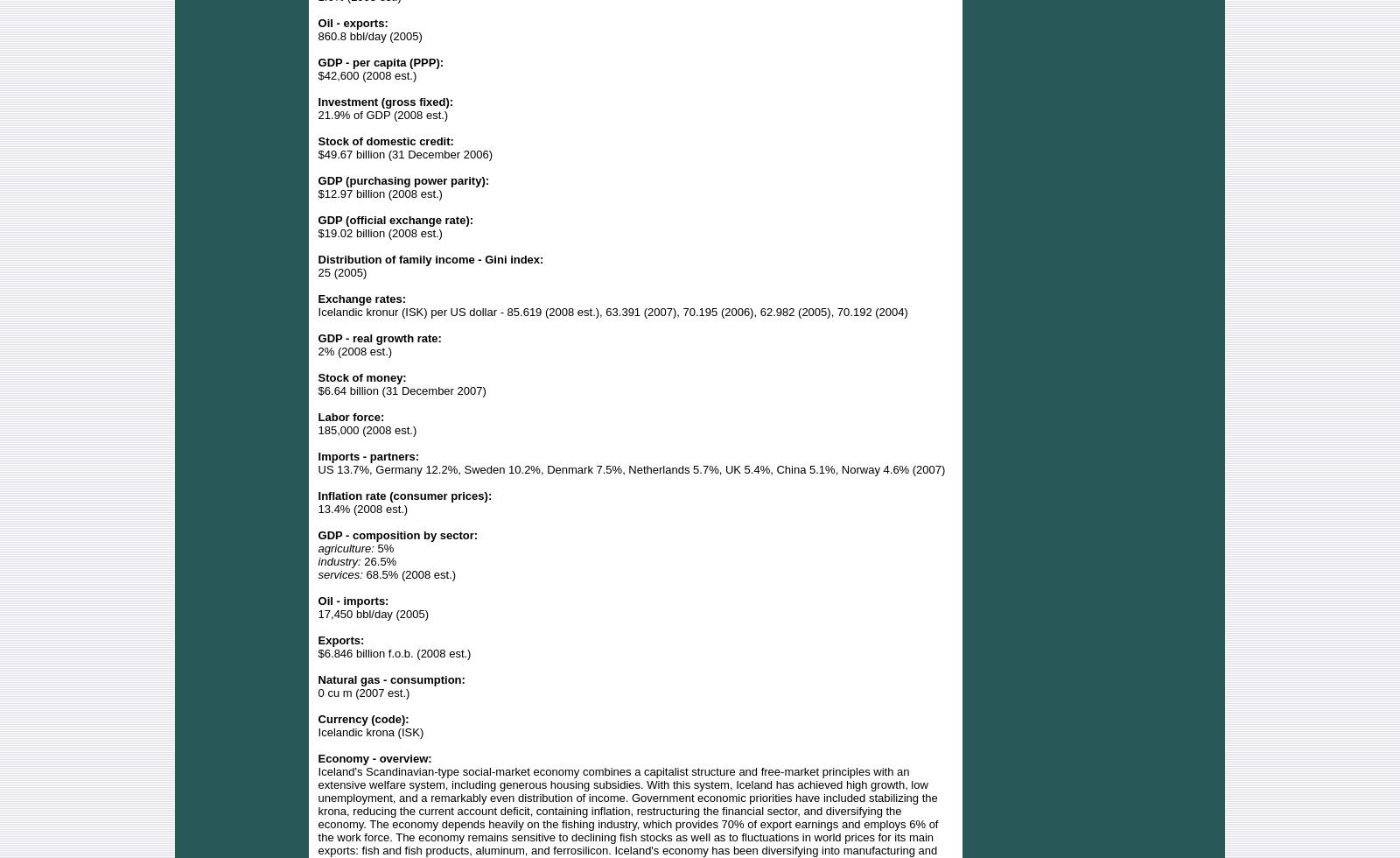  Describe the element at coordinates (378, 193) in the screenshot. I see `'$12.97 billion (2008 est.)'` at that location.